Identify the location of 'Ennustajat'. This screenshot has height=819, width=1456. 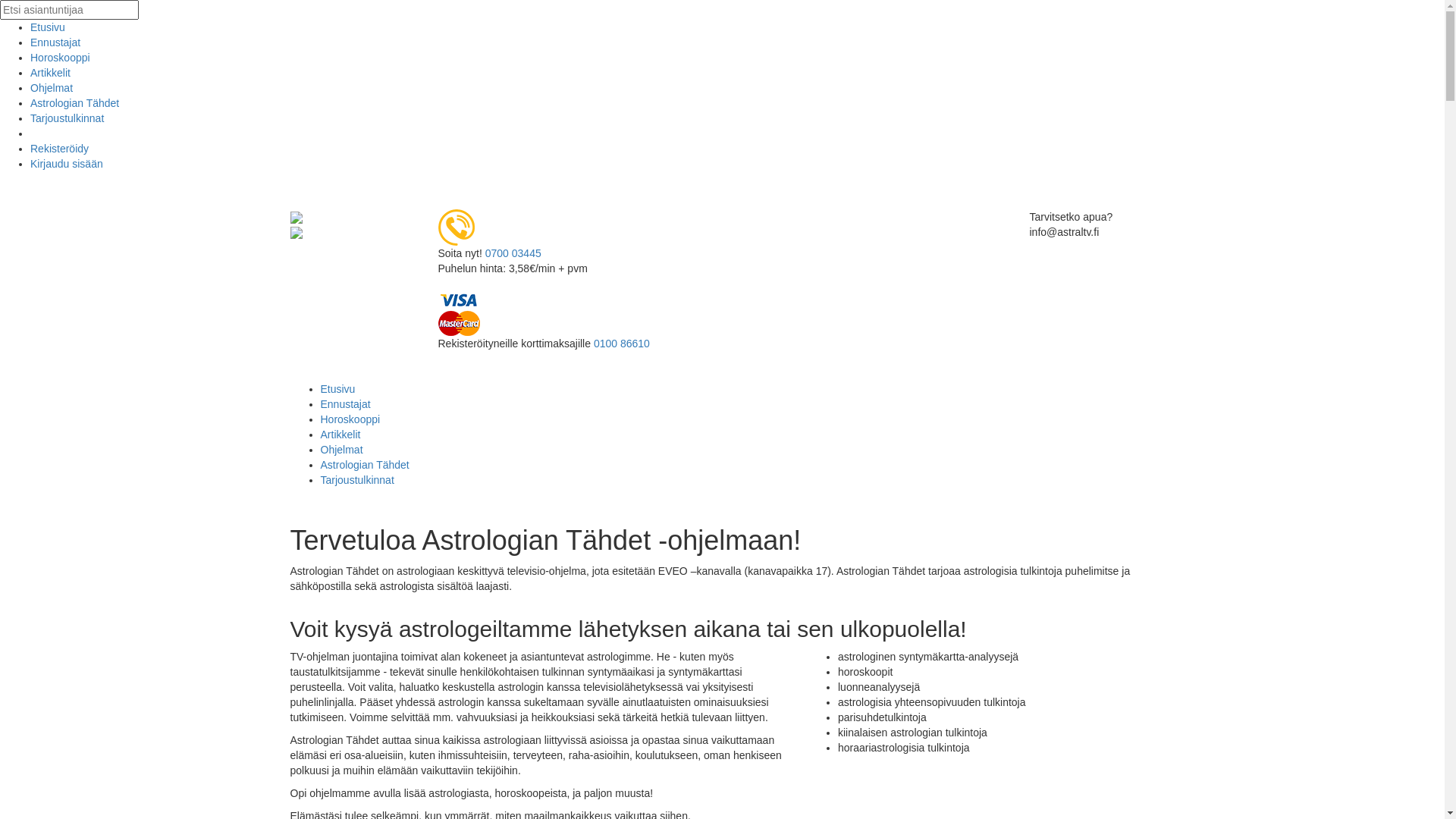
(319, 403).